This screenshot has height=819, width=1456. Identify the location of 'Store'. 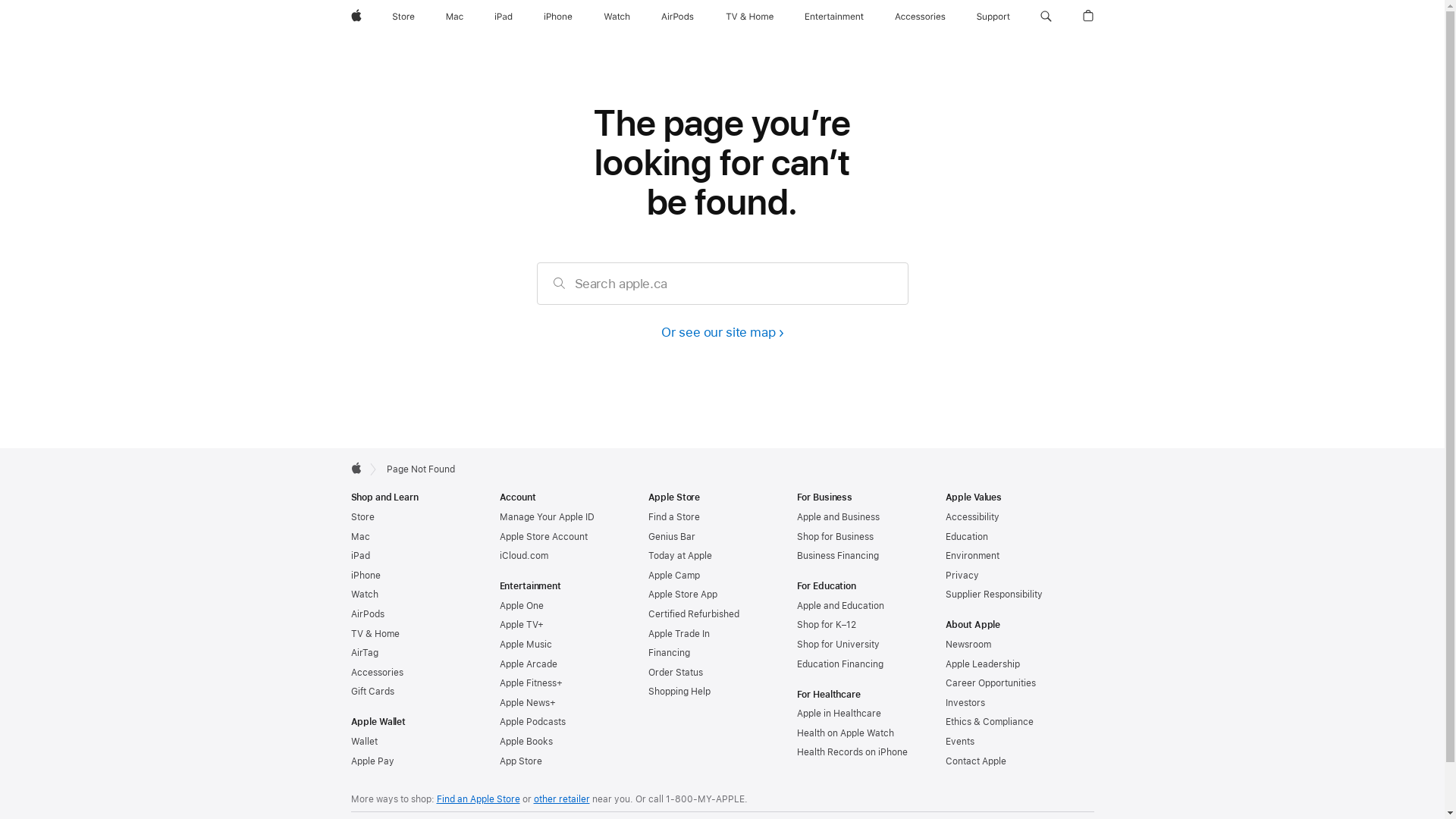
(349, 516).